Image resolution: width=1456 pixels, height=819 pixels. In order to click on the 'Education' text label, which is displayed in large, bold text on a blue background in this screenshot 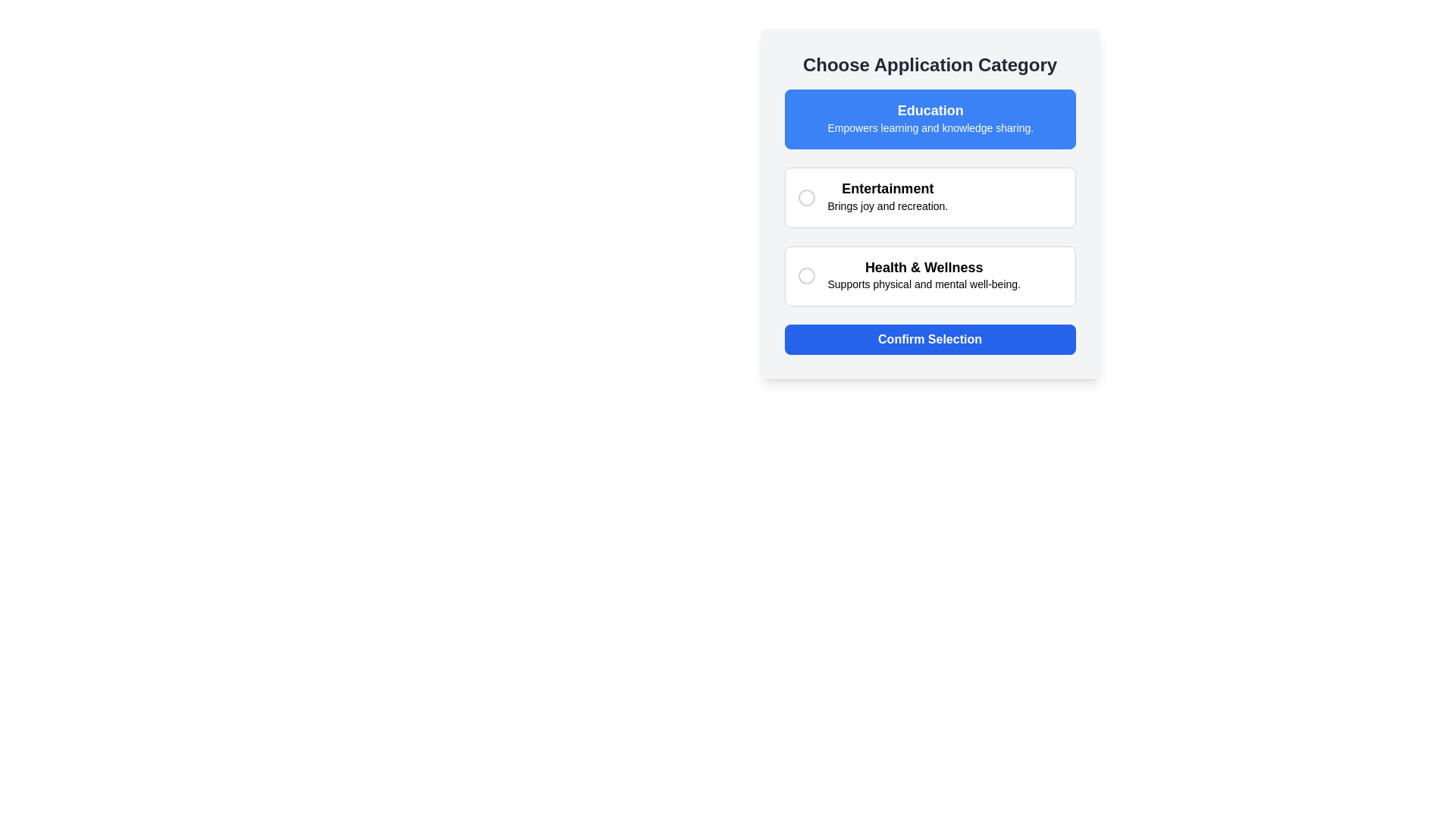, I will do `click(930, 110)`.